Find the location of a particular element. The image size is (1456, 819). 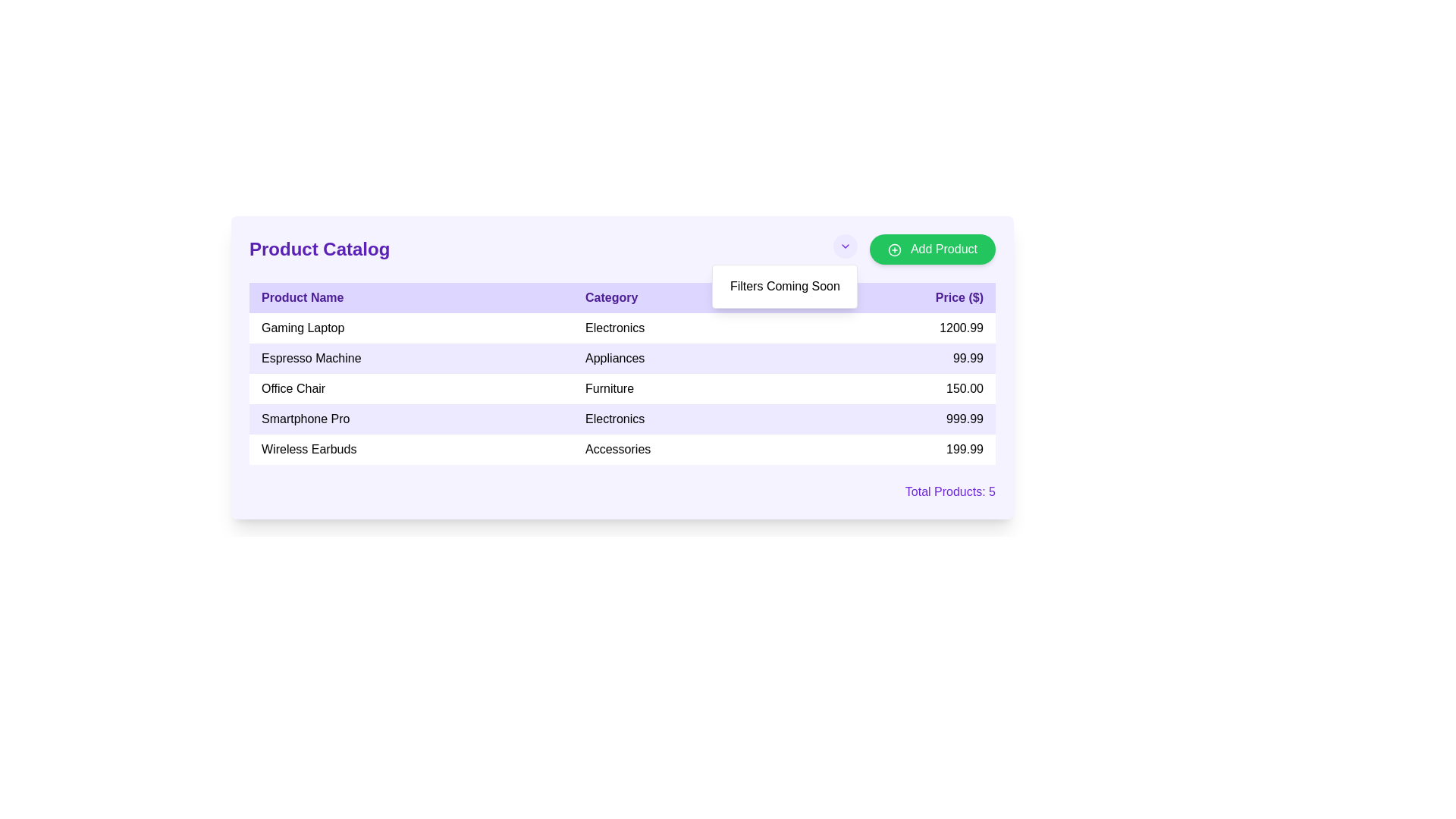

information from the fifth table row that contains product details including name, category, and price, located at the bottom of the table is located at coordinates (622, 449).